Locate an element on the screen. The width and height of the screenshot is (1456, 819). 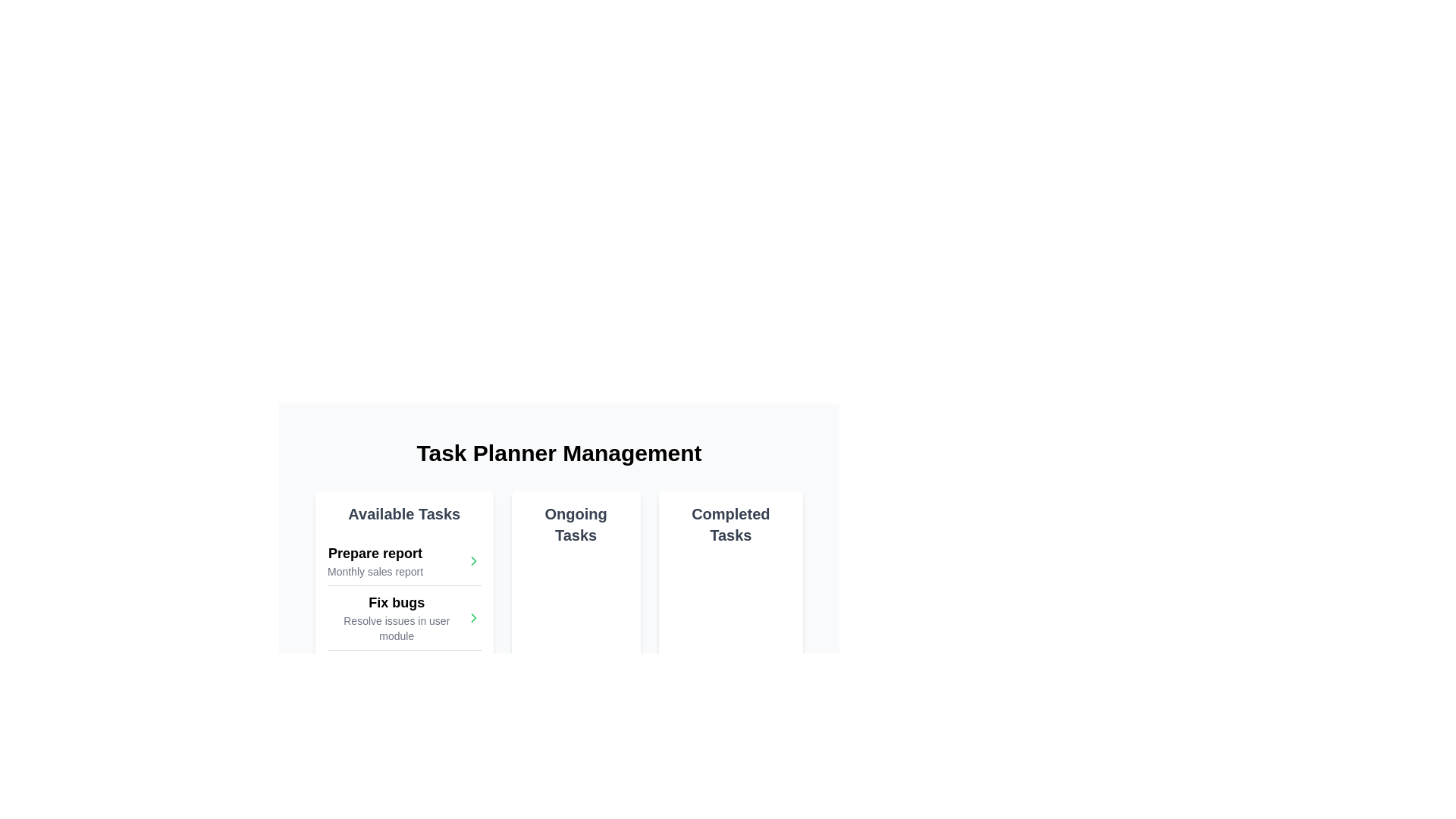
the second list item titled 'Fix bugs' in the task management interface is located at coordinates (404, 617).